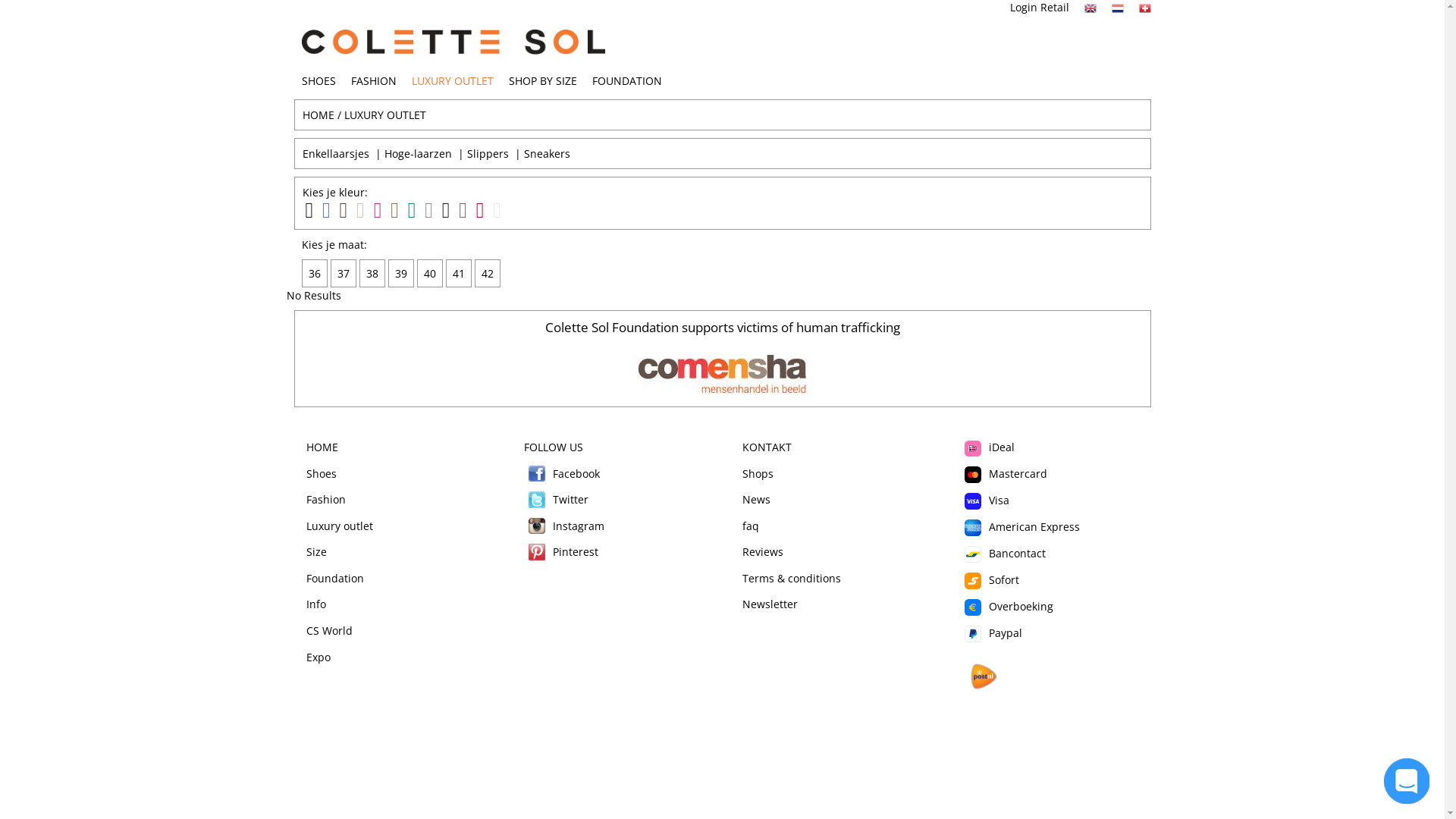 The height and width of the screenshot is (819, 1456). I want to click on 'Fashion', so click(305, 499).